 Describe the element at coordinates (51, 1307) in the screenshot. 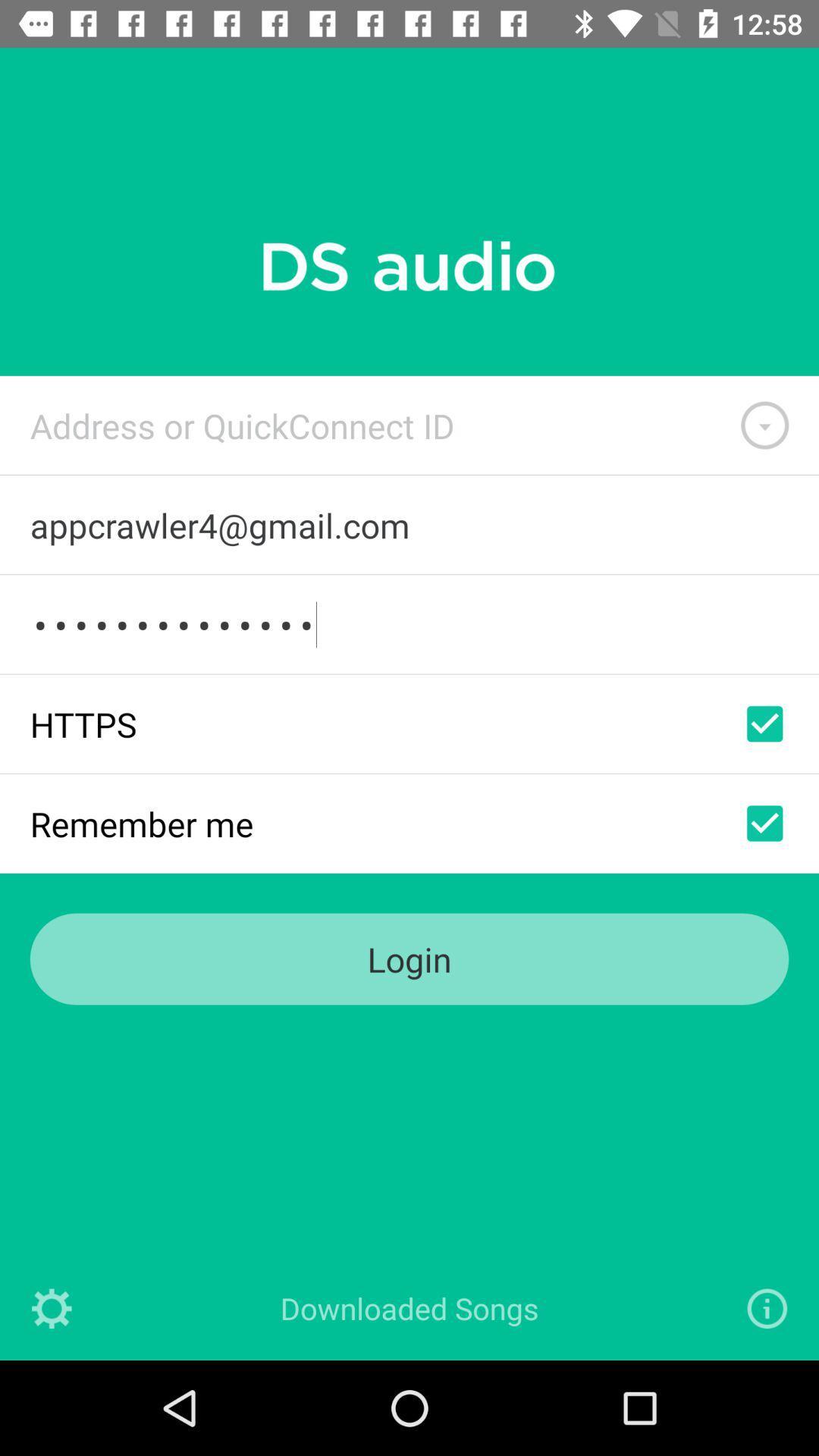

I see `open settings` at that location.